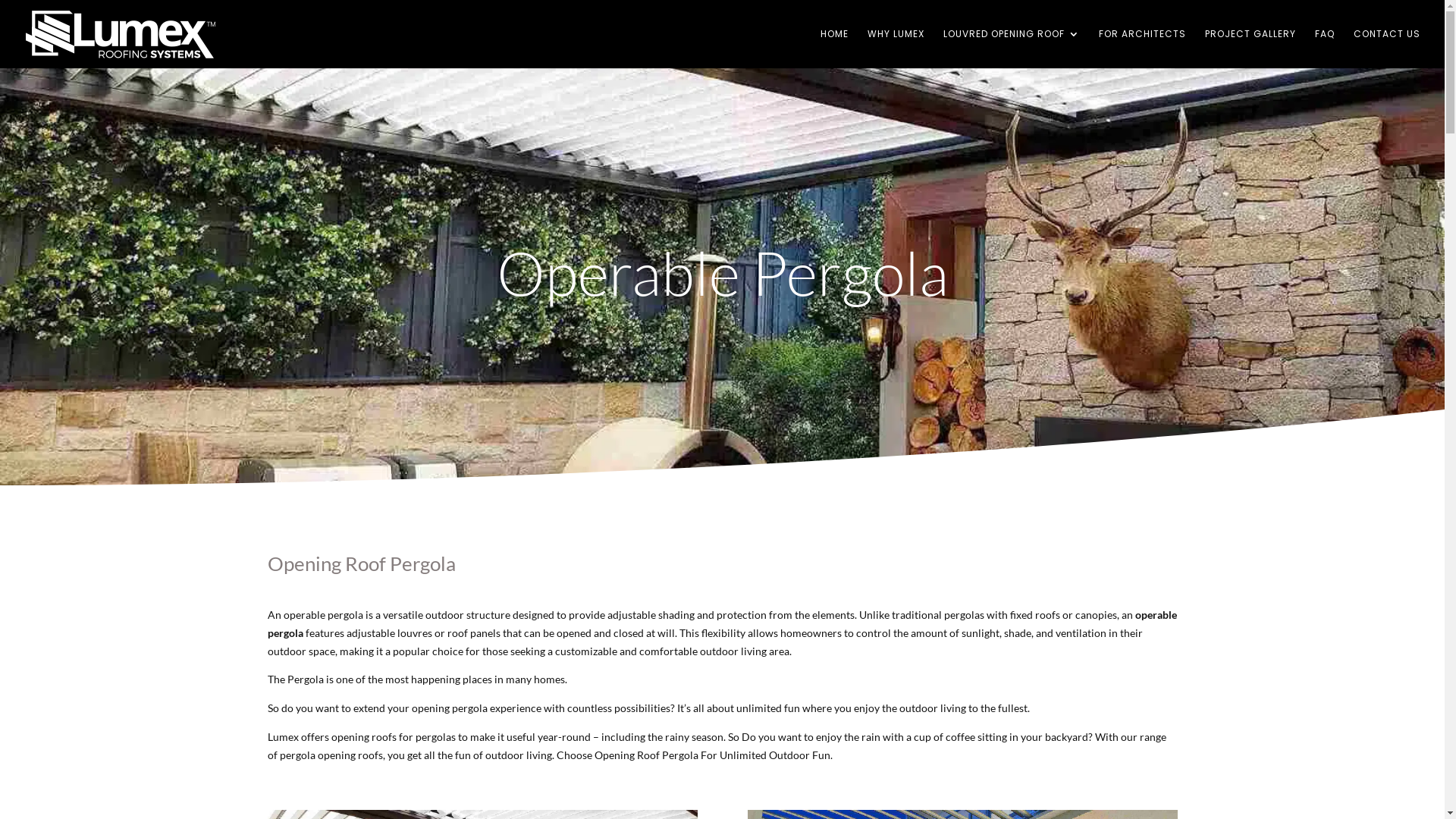 This screenshot has width=1456, height=819. What do you see at coordinates (1386, 48) in the screenshot?
I see `'CONTACT US'` at bounding box center [1386, 48].